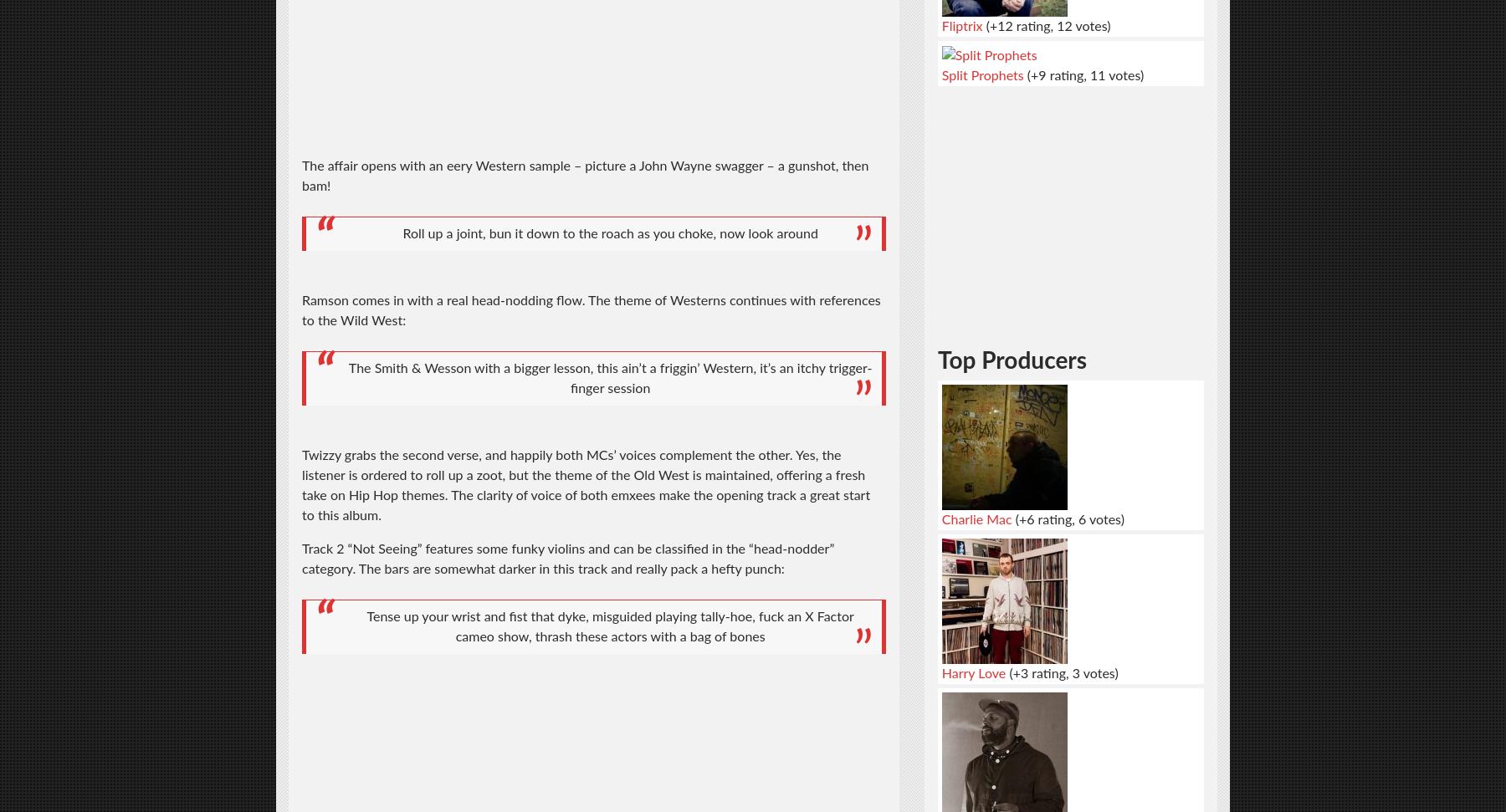  What do you see at coordinates (960, 25) in the screenshot?
I see `'Fliptrix'` at bounding box center [960, 25].